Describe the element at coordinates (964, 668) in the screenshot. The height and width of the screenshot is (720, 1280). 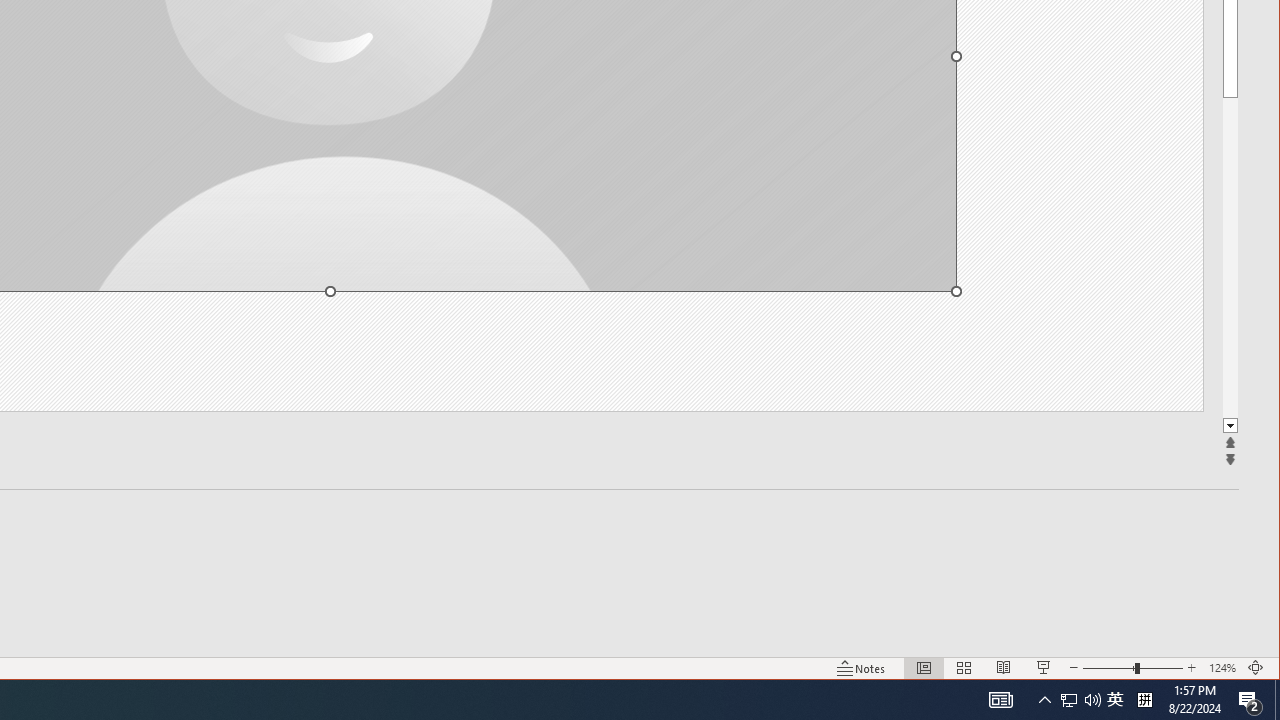
I see `'Slide Sorter'` at that location.